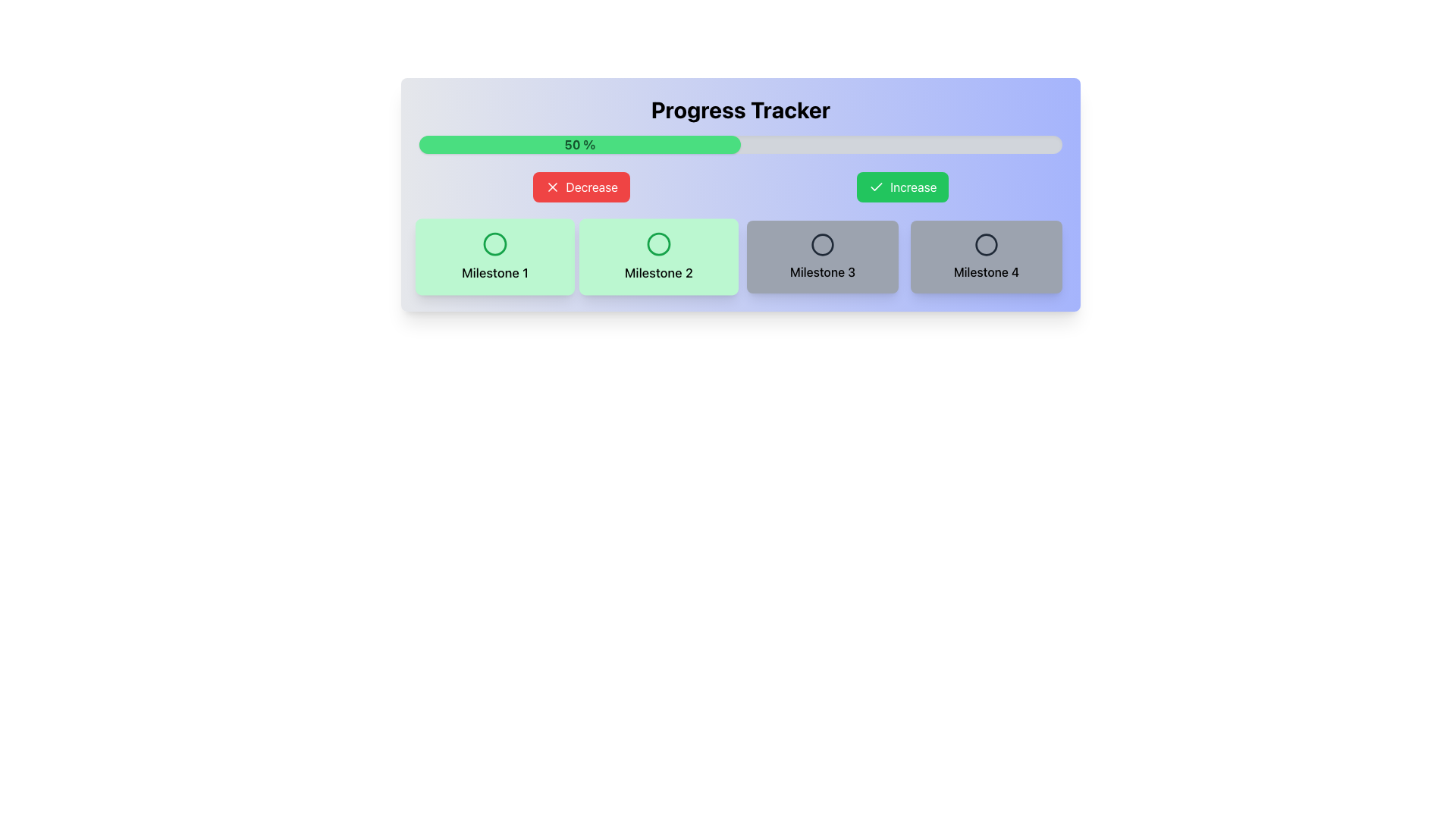  Describe the element at coordinates (494, 243) in the screenshot. I see `the circular icon with a green stroke located at the center of the 'Milestone 1' module, positioned above the text 'Milestone 1'` at that location.